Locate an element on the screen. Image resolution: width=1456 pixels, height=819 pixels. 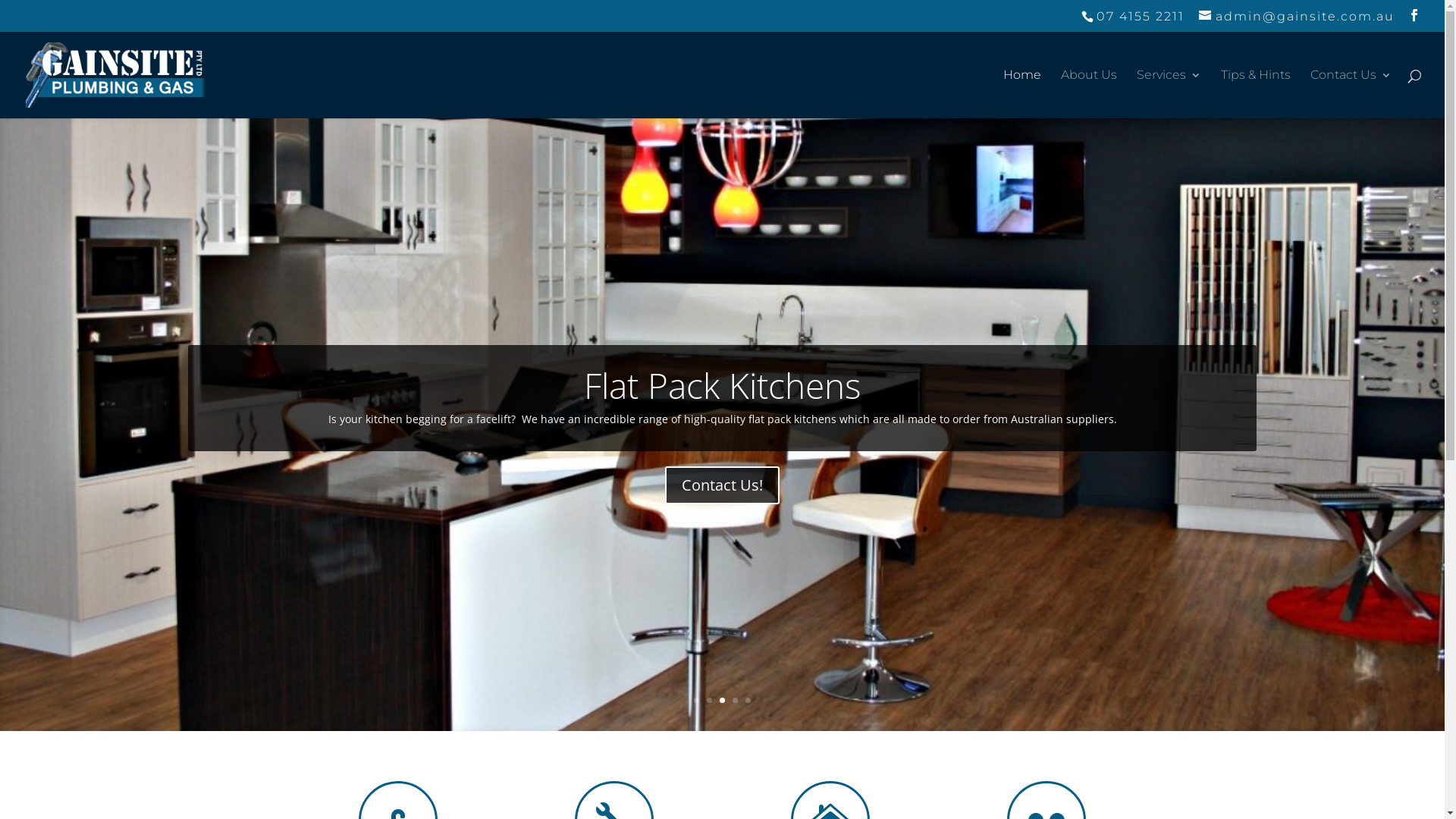
'4' is located at coordinates (735, 700).